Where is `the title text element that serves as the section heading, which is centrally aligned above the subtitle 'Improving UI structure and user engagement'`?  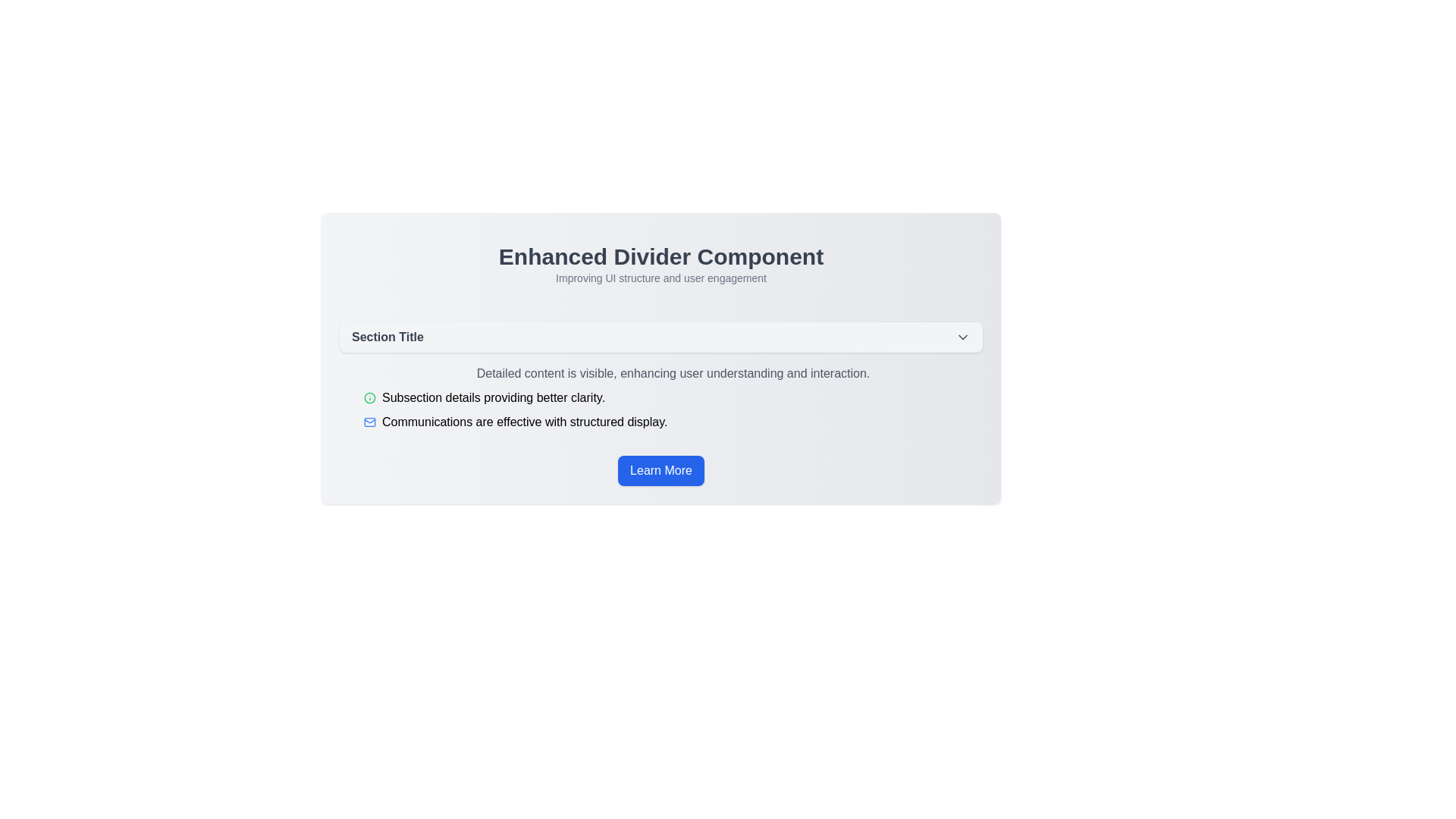
the title text element that serves as the section heading, which is centrally aligned above the subtitle 'Improving UI structure and user engagement' is located at coordinates (661, 256).